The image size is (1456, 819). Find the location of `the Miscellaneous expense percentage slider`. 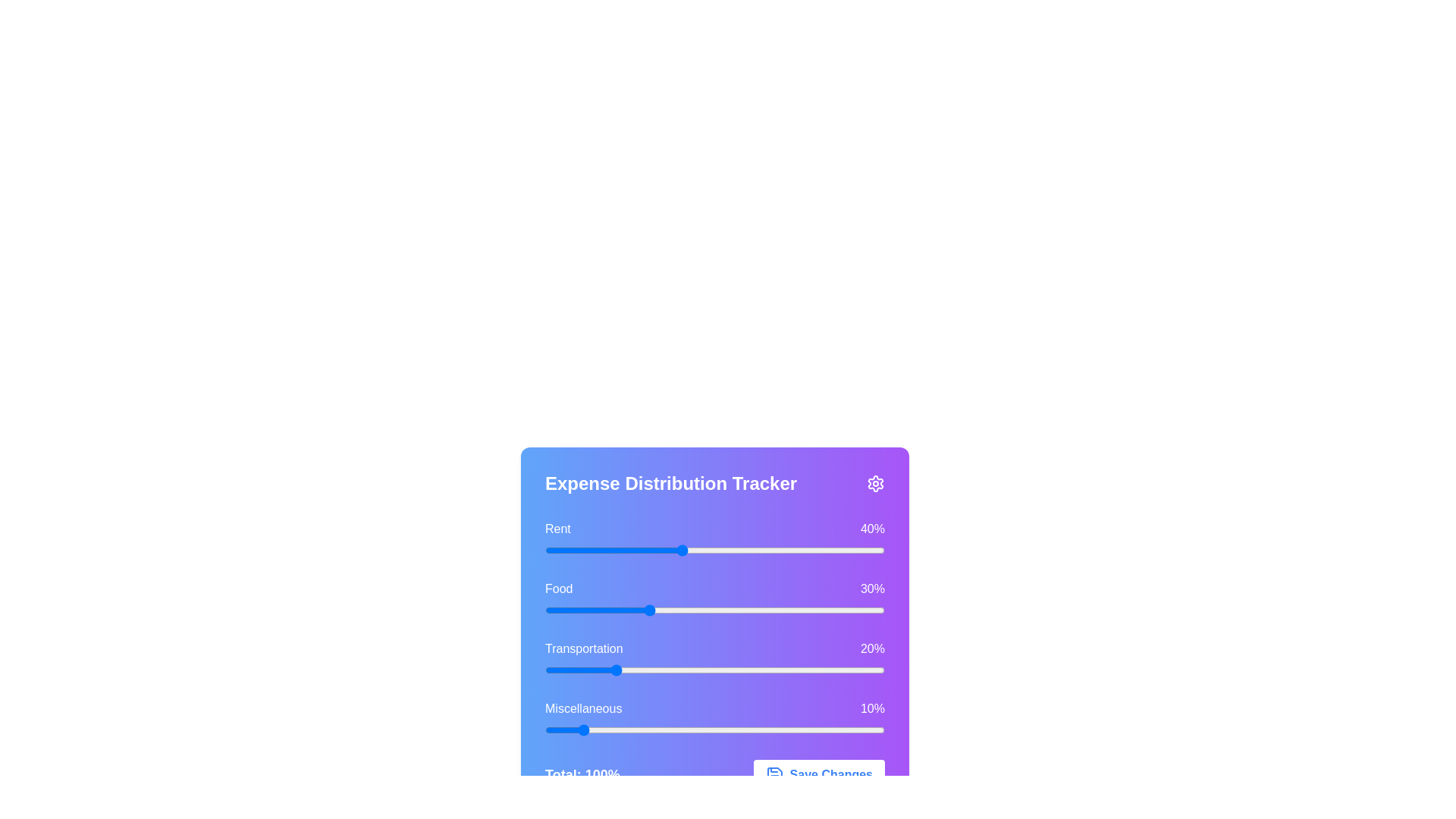

the Miscellaneous expense percentage slider is located at coordinates (676, 730).